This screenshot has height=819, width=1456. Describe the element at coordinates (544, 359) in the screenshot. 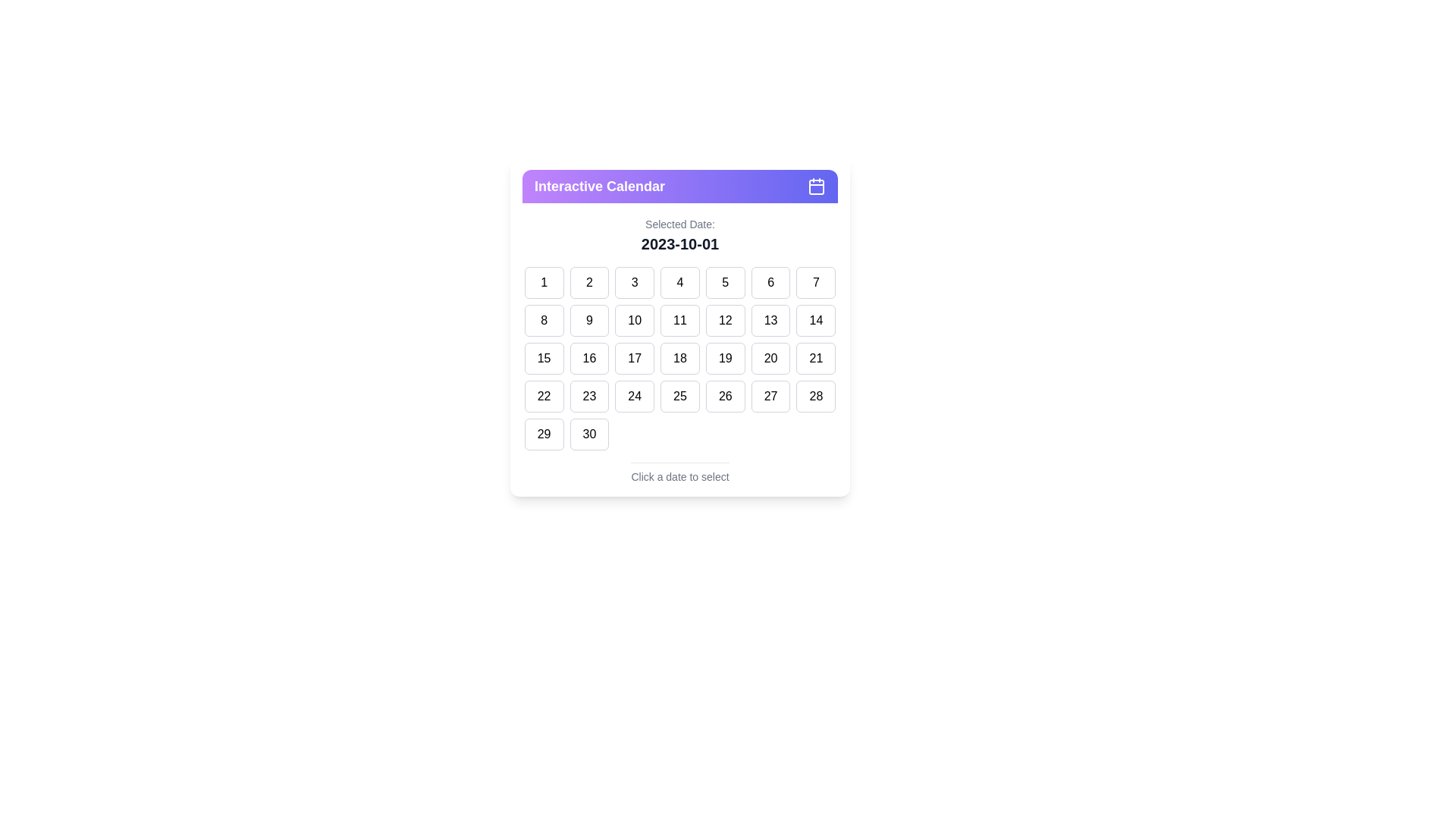

I see `the rounded rectangular button labeled '15' to observe the background color change` at that location.